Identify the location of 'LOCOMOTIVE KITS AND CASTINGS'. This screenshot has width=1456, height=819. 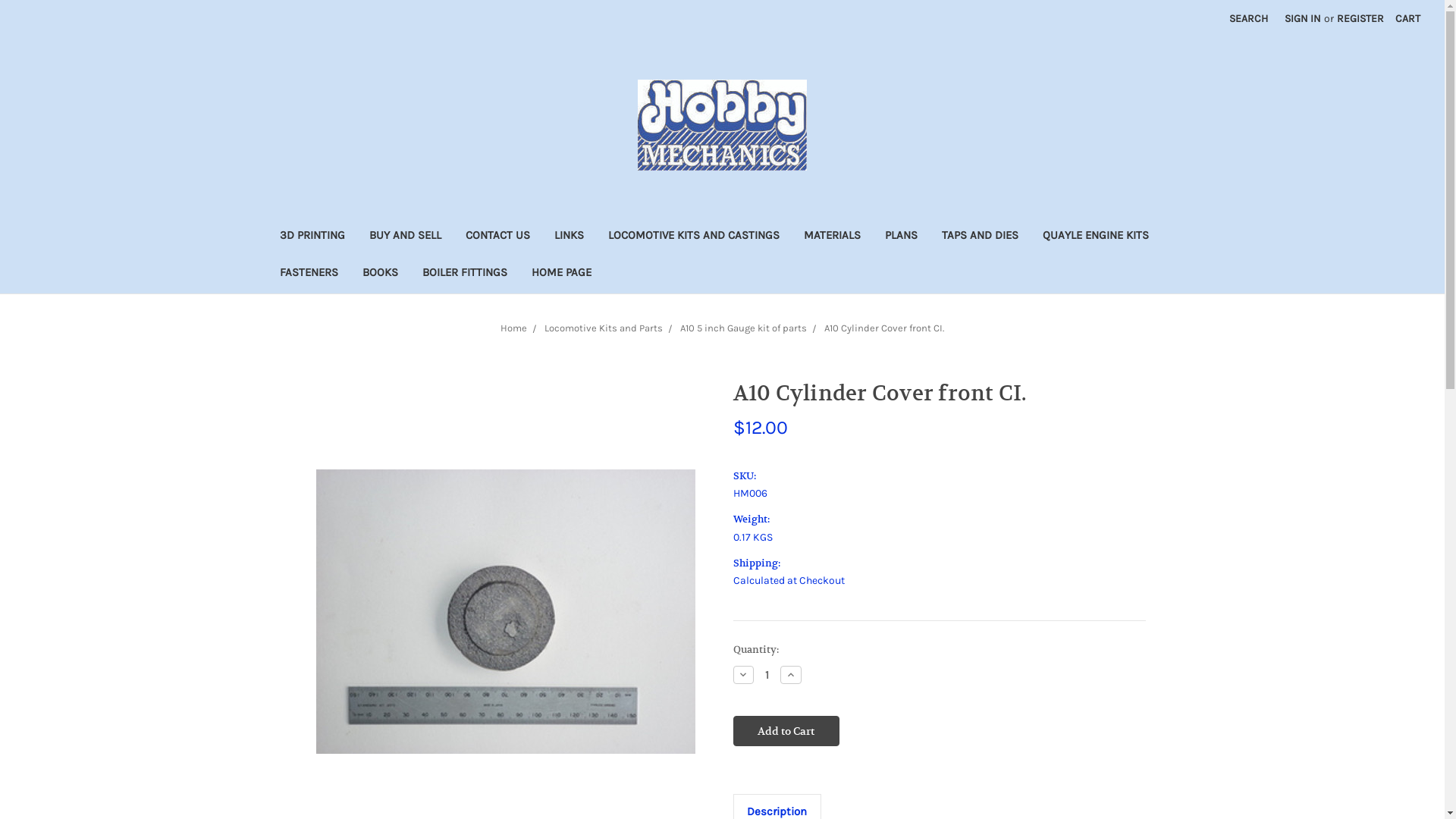
(693, 237).